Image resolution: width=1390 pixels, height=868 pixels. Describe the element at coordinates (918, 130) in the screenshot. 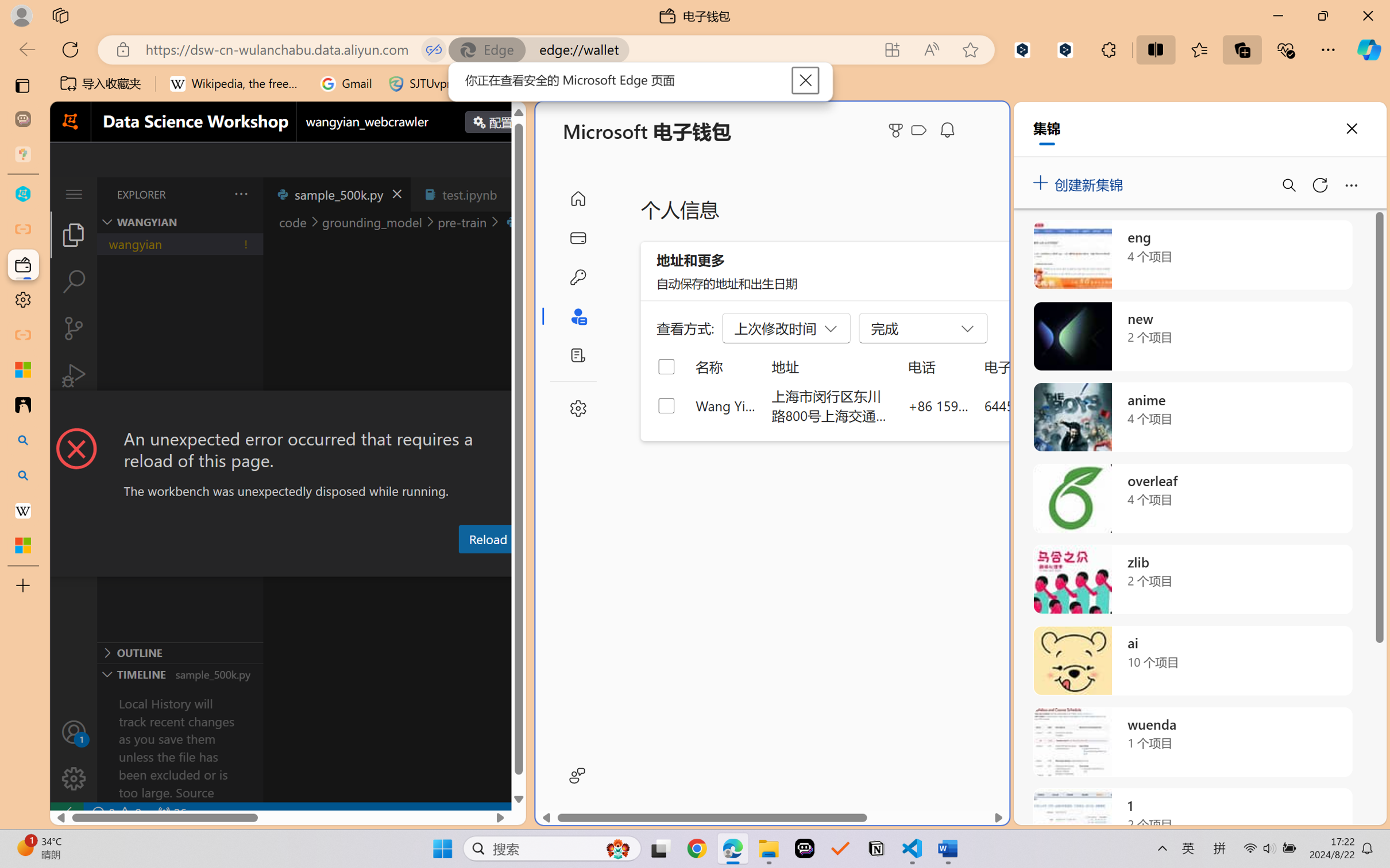

I see `'Class: ___1lmltc5 f1agt3bx f12qytpq'` at that location.